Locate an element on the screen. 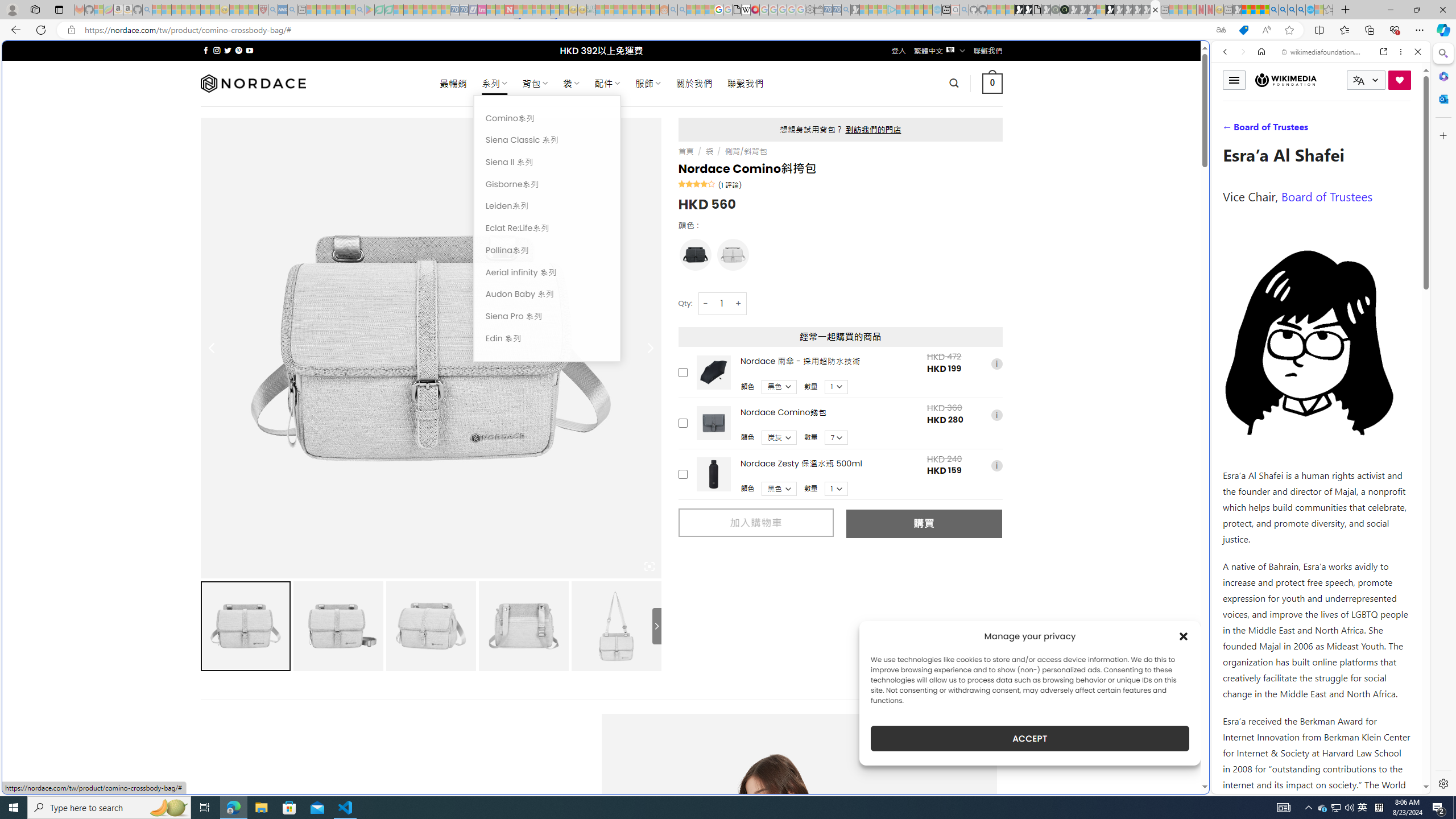  'Follow on Pinterest' is located at coordinates (237, 50).